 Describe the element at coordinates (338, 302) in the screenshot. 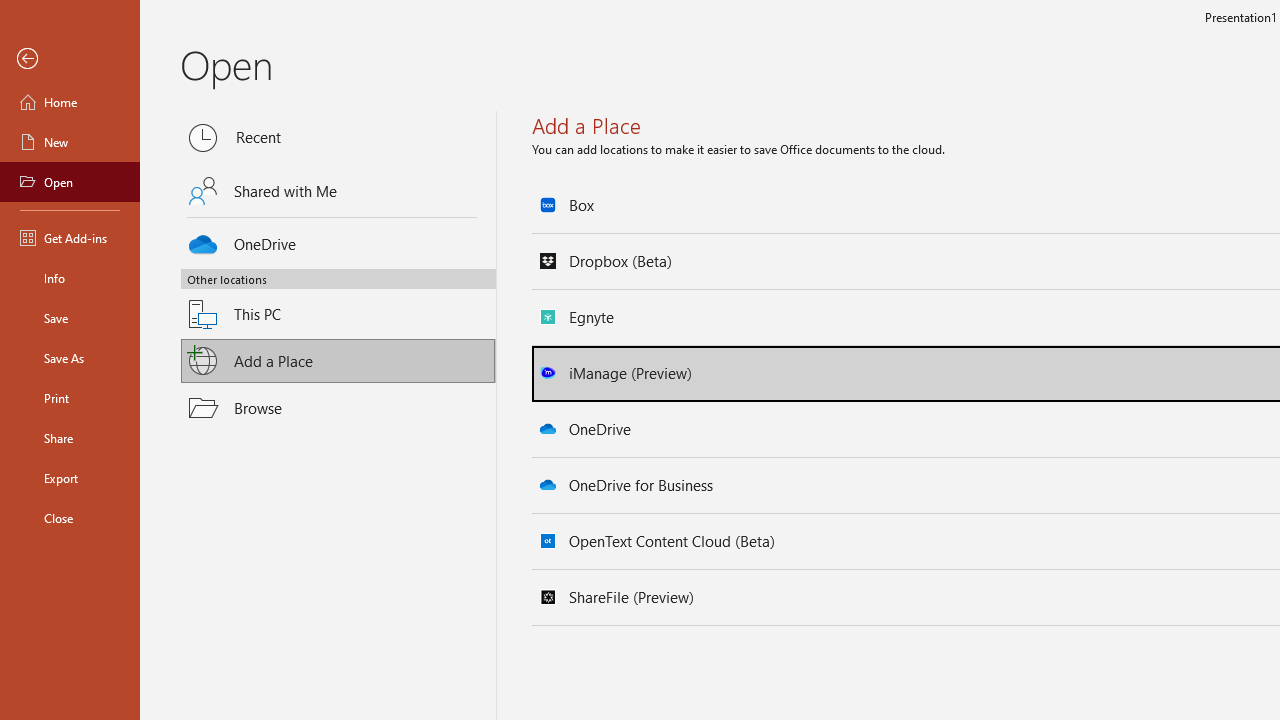

I see `'This PC'` at that location.